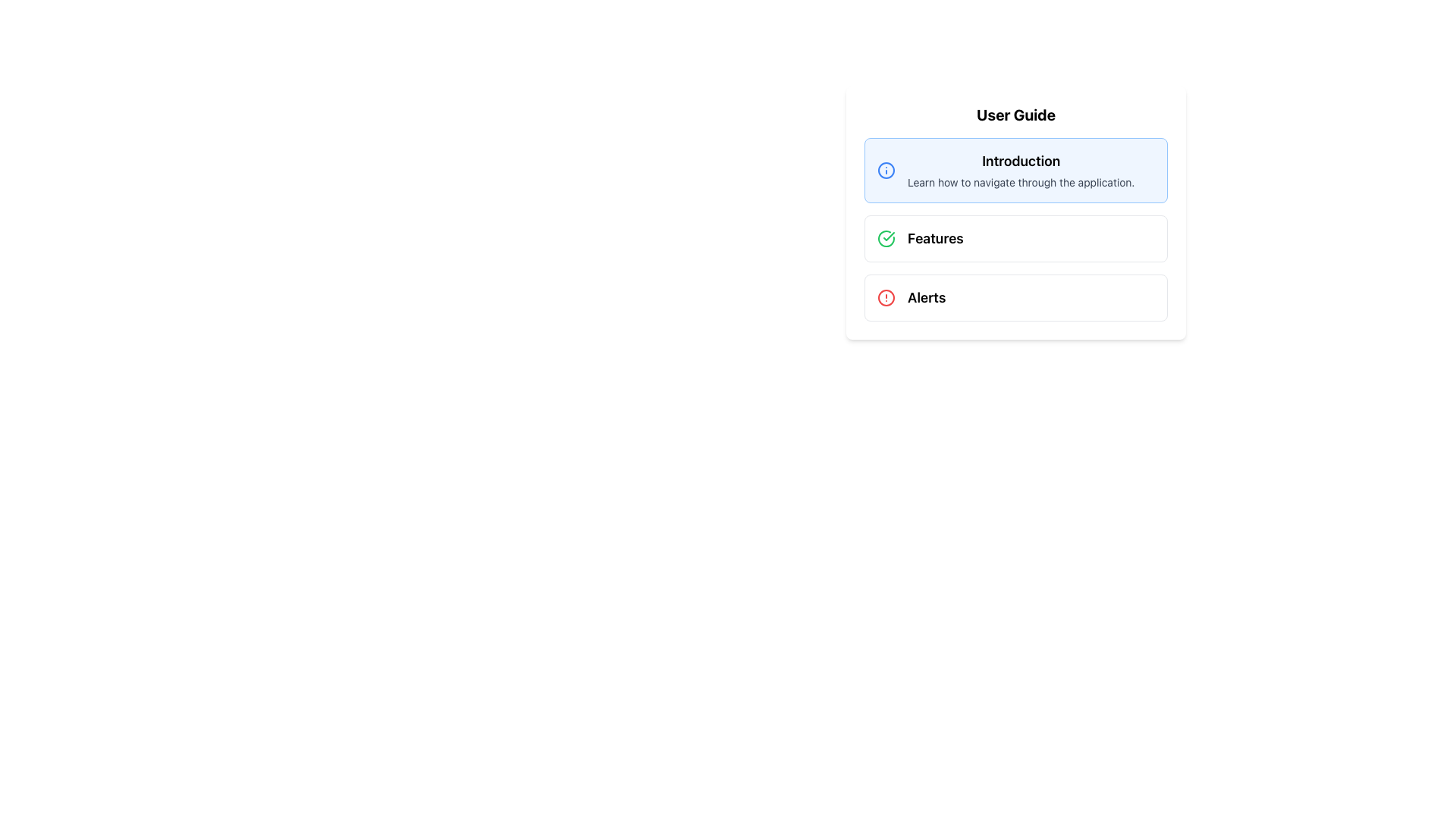  I want to click on the completion icon located to the left of the 'Features' text, which signifies confirmation or an active state for the 'Features' entry, so click(886, 239).